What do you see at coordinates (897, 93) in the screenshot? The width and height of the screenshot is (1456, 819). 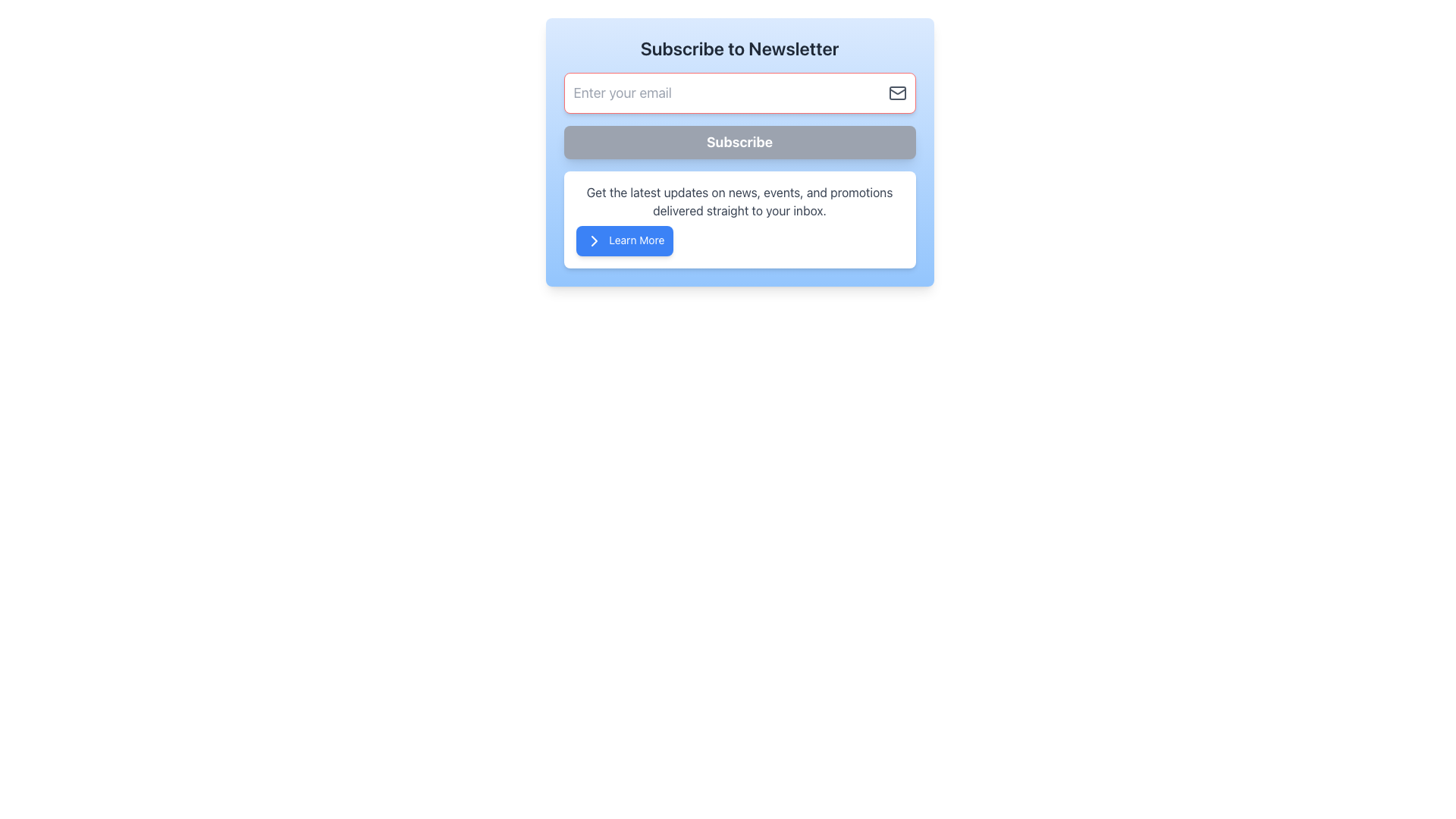 I see `the mail icon that visually indicates the email input field, positioned to the right side of the input box` at bounding box center [897, 93].